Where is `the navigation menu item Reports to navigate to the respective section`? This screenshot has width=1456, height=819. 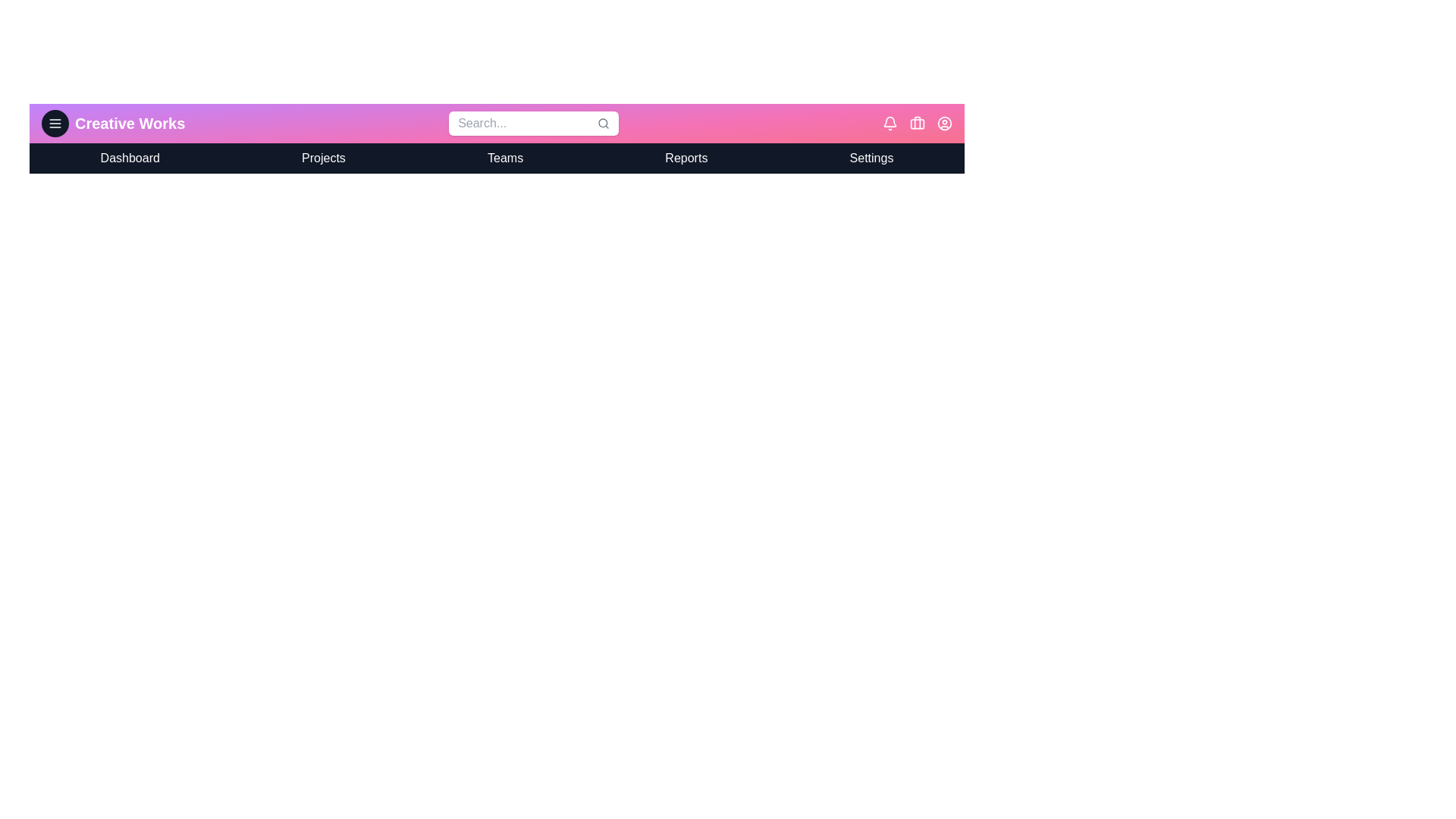
the navigation menu item Reports to navigate to the respective section is located at coordinates (686, 158).